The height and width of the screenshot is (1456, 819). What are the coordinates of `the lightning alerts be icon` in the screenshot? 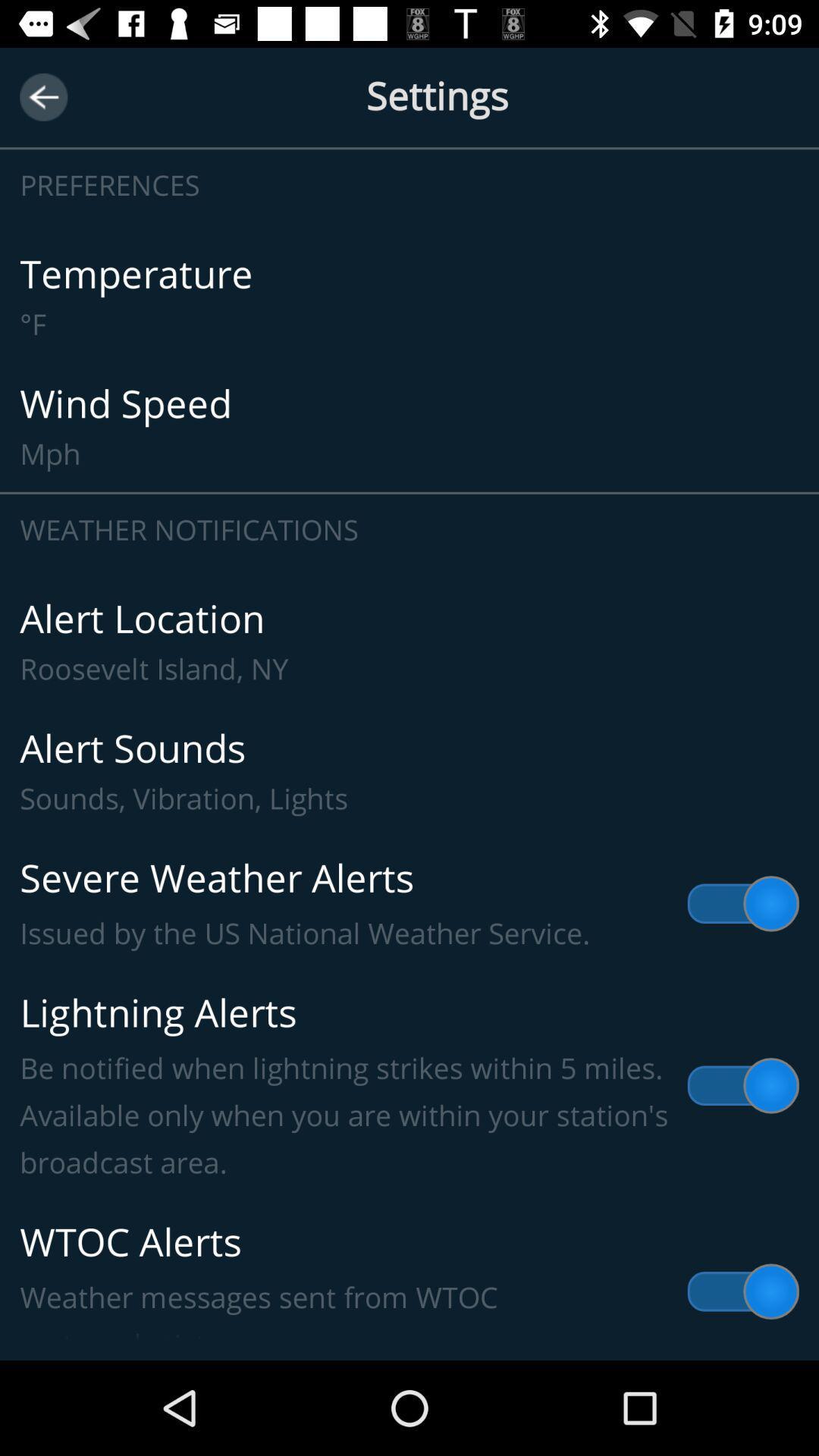 It's located at (409, 1085).